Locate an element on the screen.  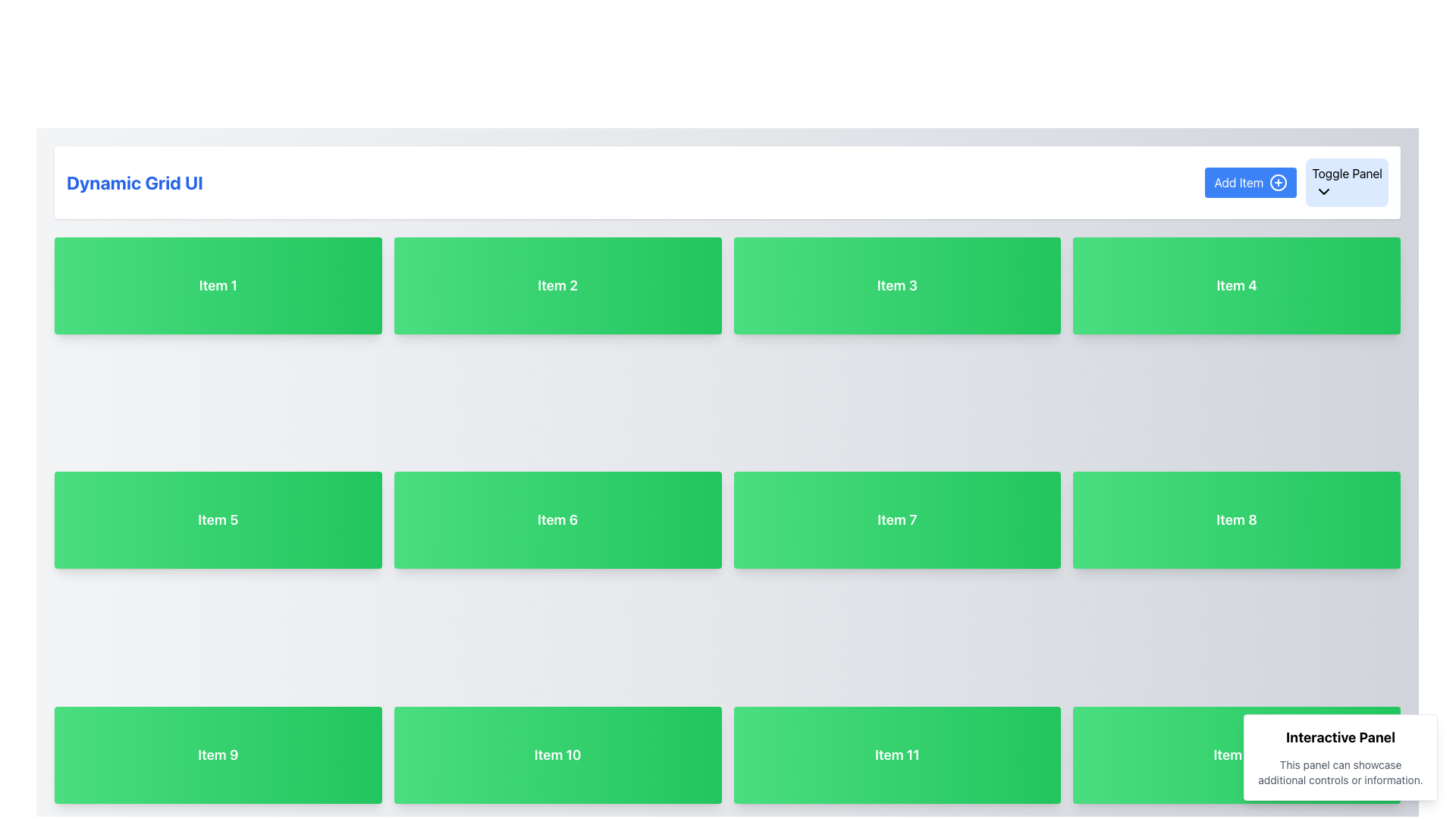
the fourth item is located at coordinates (1237, 286).